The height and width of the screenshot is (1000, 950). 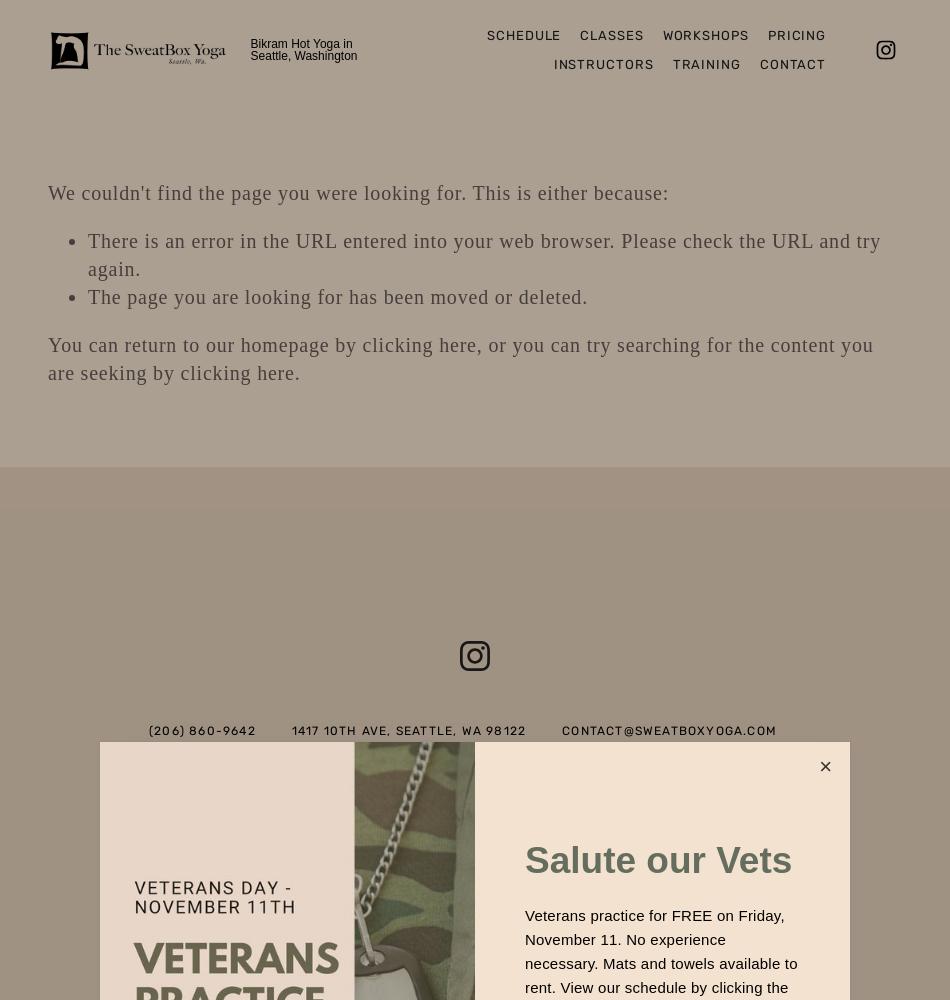 What do you see at coordinates (201, 730) in the screenshot?
I see `'(206) 860-9642'` at bounding box center [201, 730].